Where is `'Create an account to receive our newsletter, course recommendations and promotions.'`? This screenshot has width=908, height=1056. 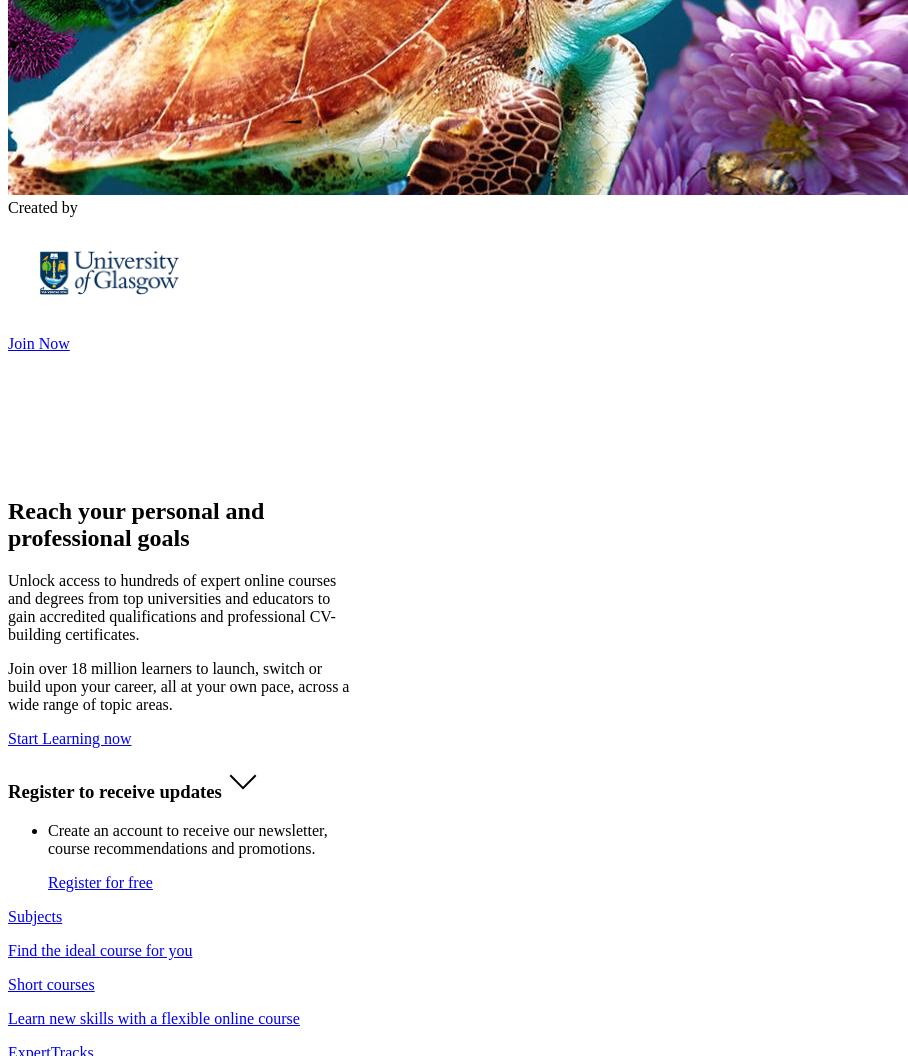 'Create an account to receive our newsletter, course recommendations and promotions.' is located at coordinates (186, 839).